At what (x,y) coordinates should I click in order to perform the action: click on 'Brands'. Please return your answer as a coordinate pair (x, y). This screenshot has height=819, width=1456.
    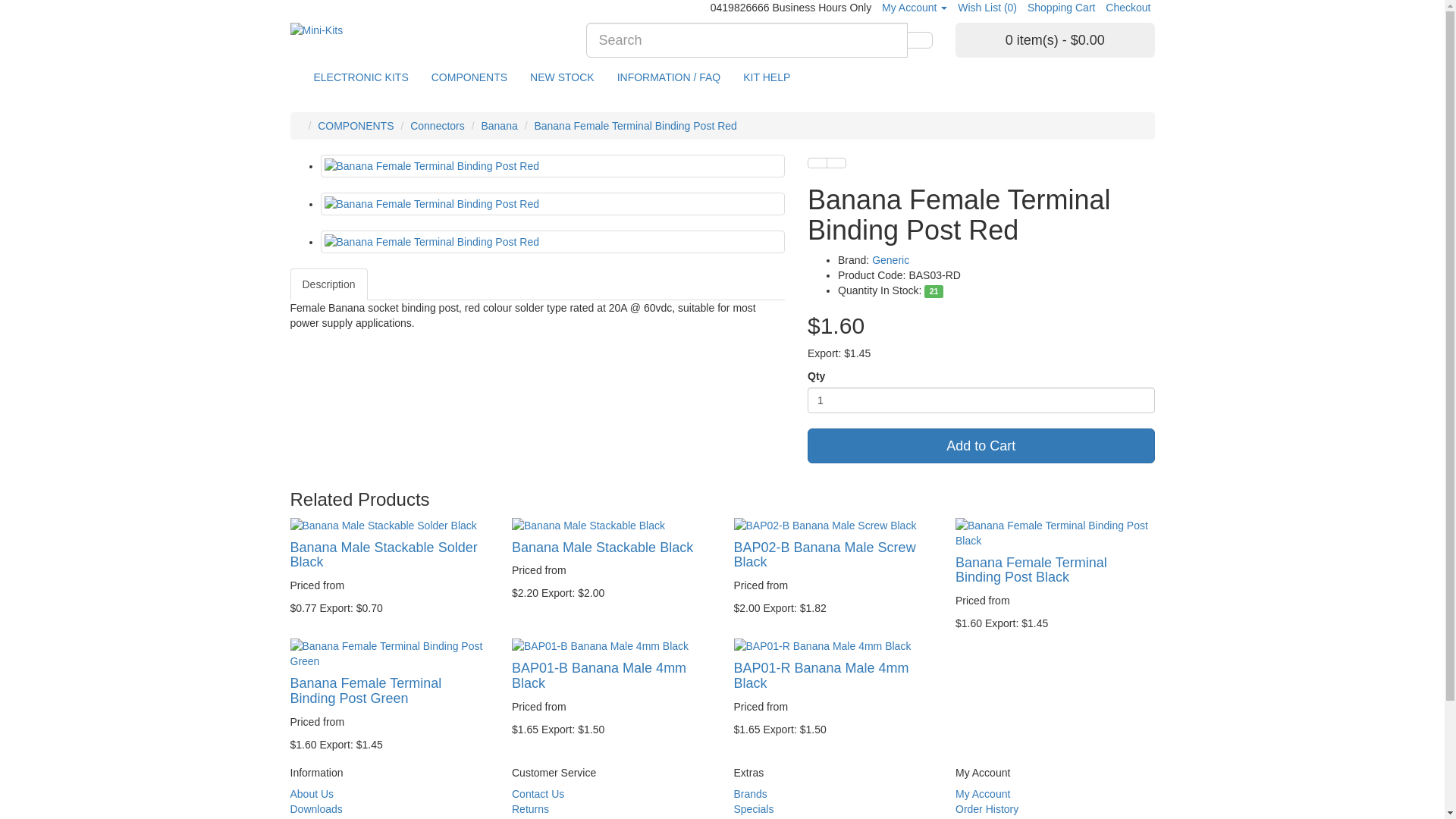
    Looking at the image, I should click on (734, 792).